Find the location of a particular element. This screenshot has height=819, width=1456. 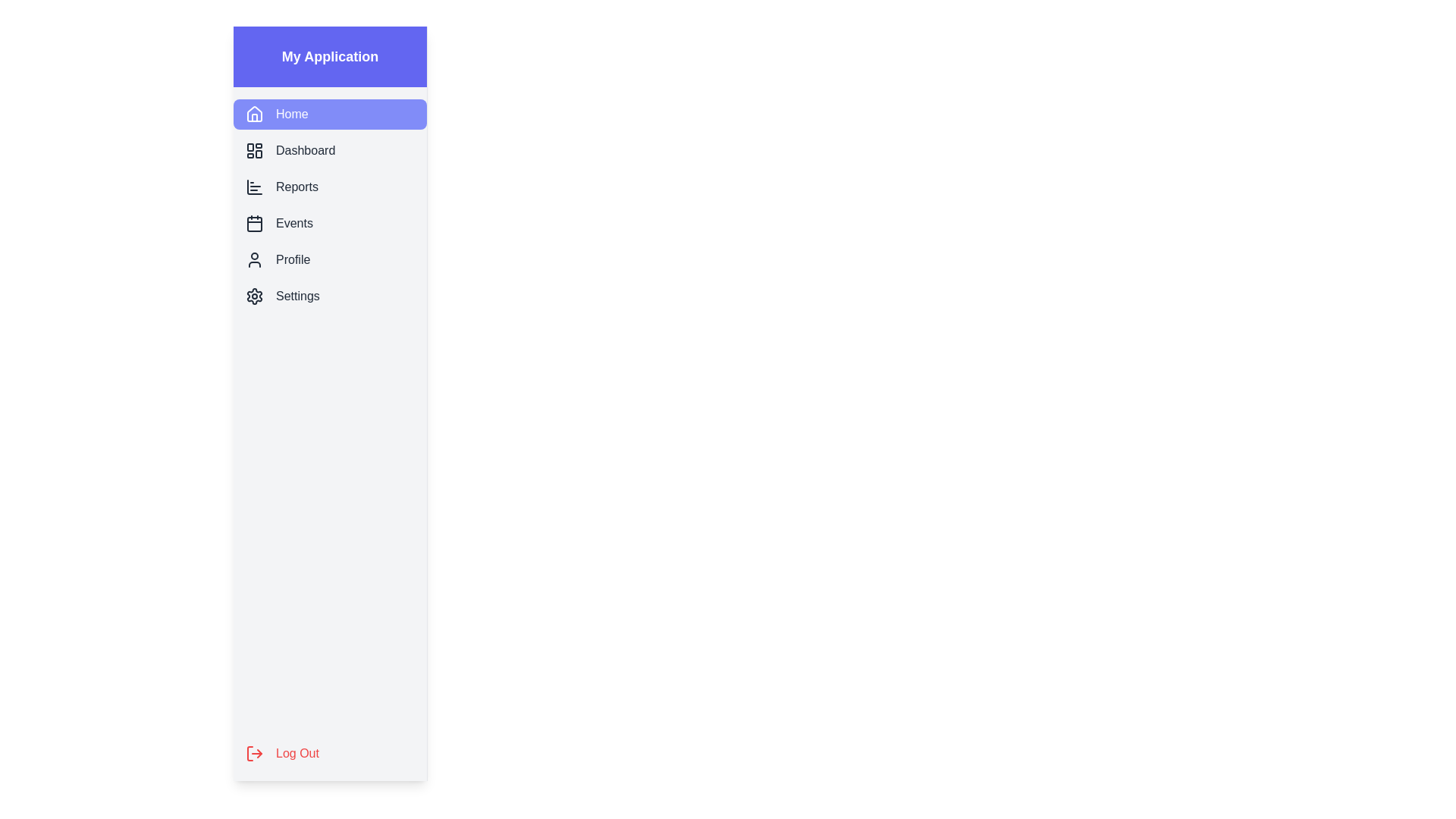

the logout icon which features a left-pointing arrow, indicating an exit or logout action is located at coordinates (259, 754).